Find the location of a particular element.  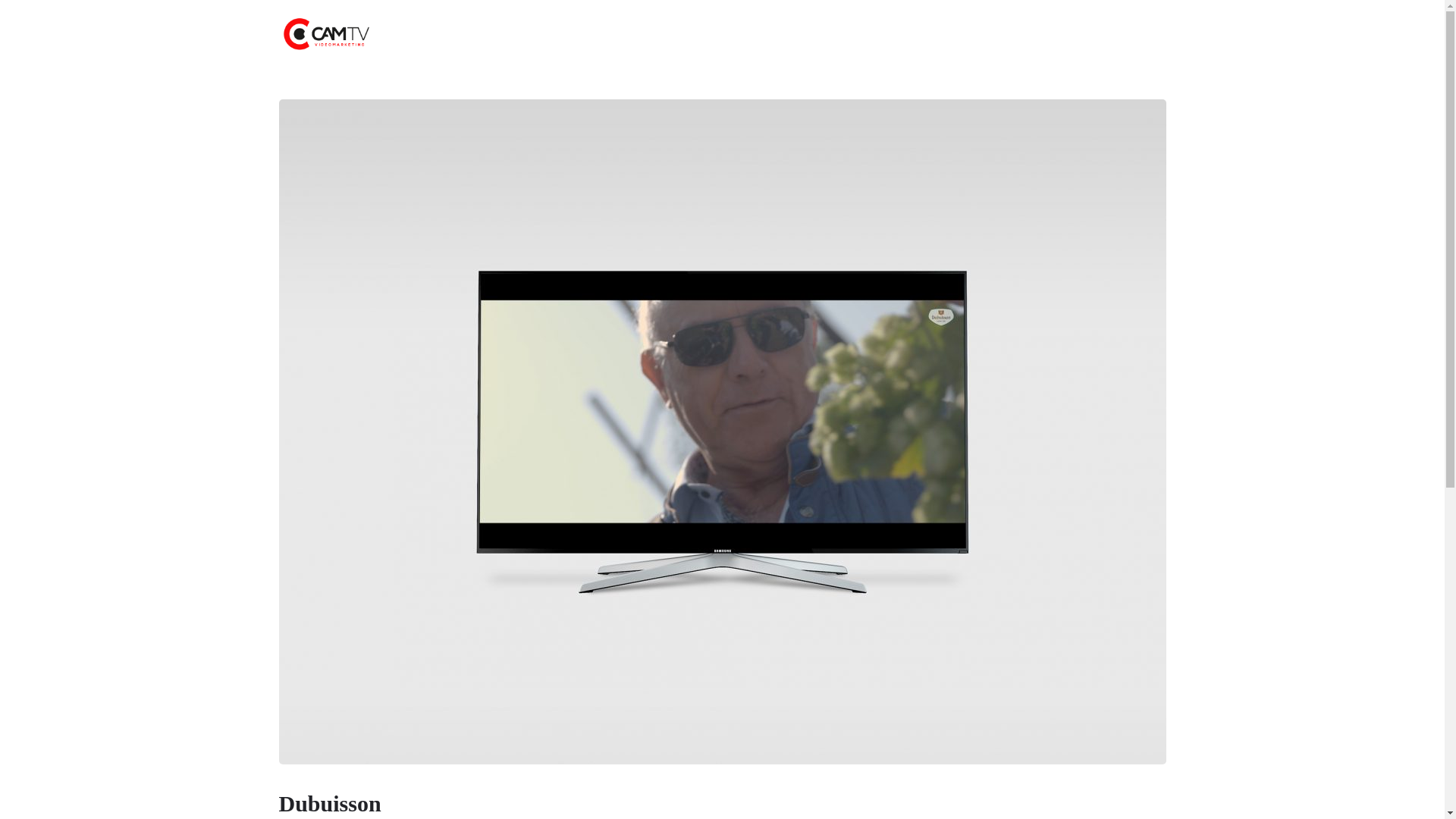

'GRAPHIC DESIGN' is located at coordinates (828, 34).